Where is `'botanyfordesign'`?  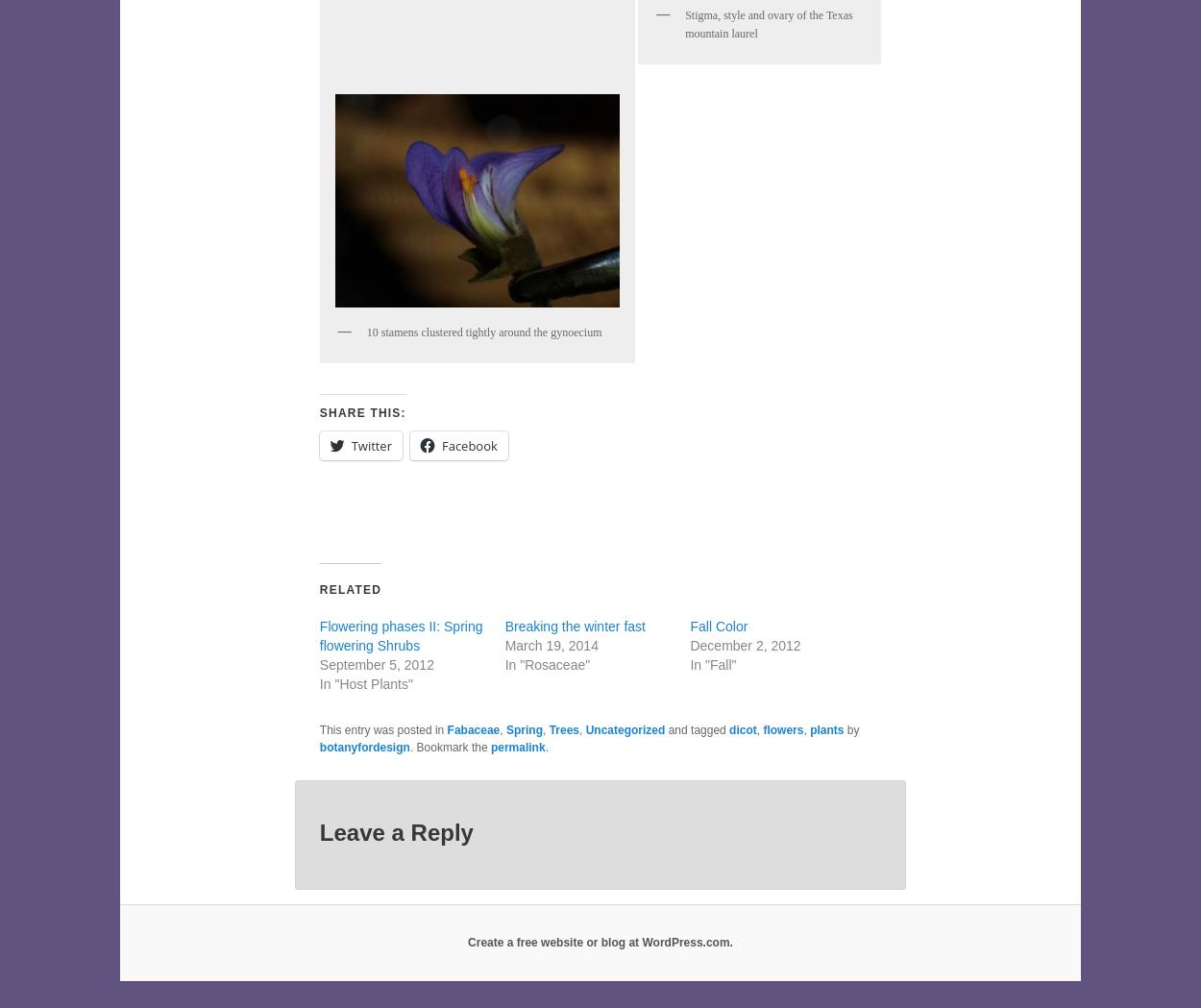
'botanyfordesign' is located at coordinates (364, 748).